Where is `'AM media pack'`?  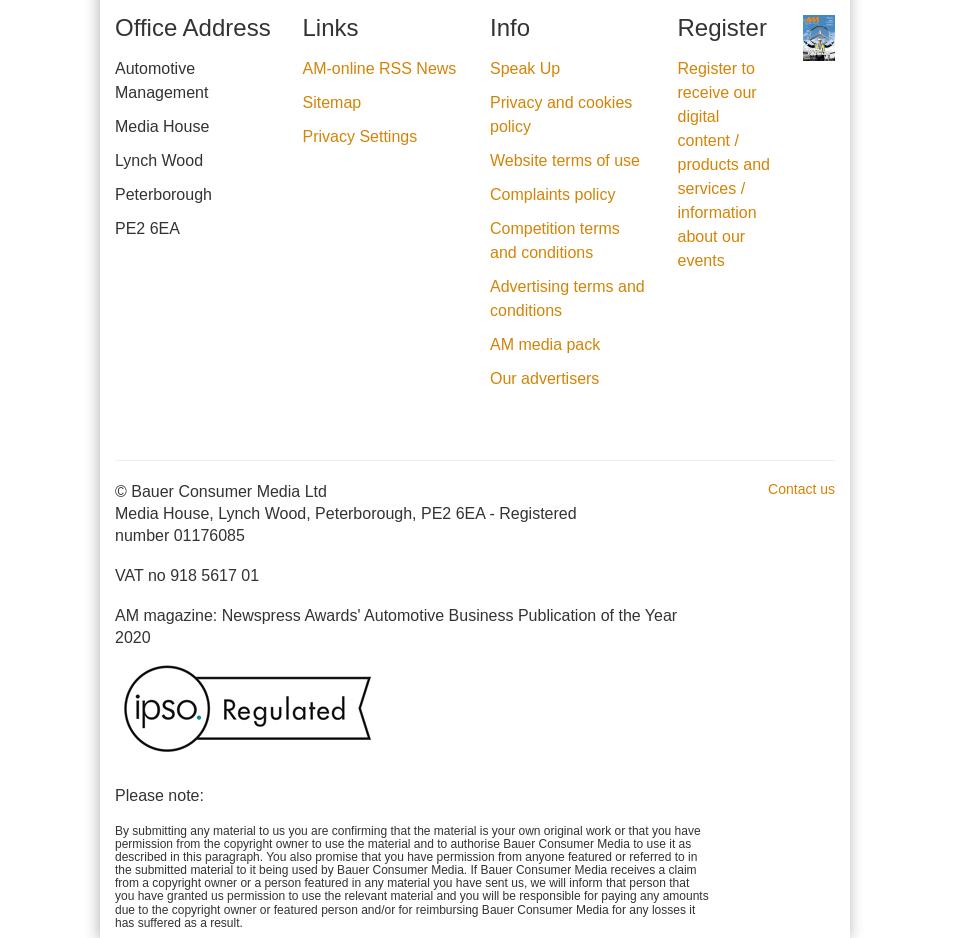
'AM media pack' is located at coordinates (544, 343).